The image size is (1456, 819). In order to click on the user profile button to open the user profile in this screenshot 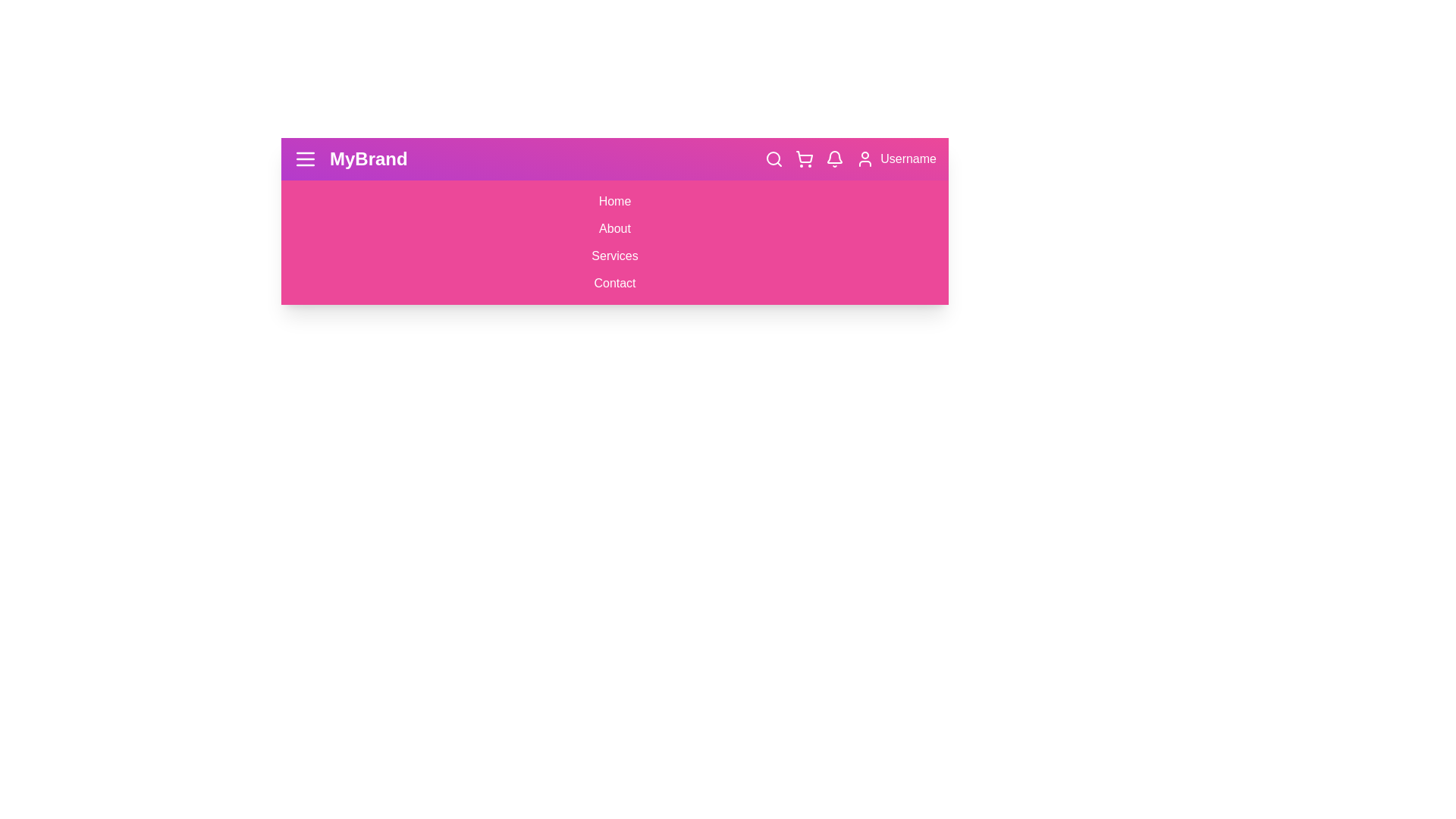, I will do `click(896, 158)`.